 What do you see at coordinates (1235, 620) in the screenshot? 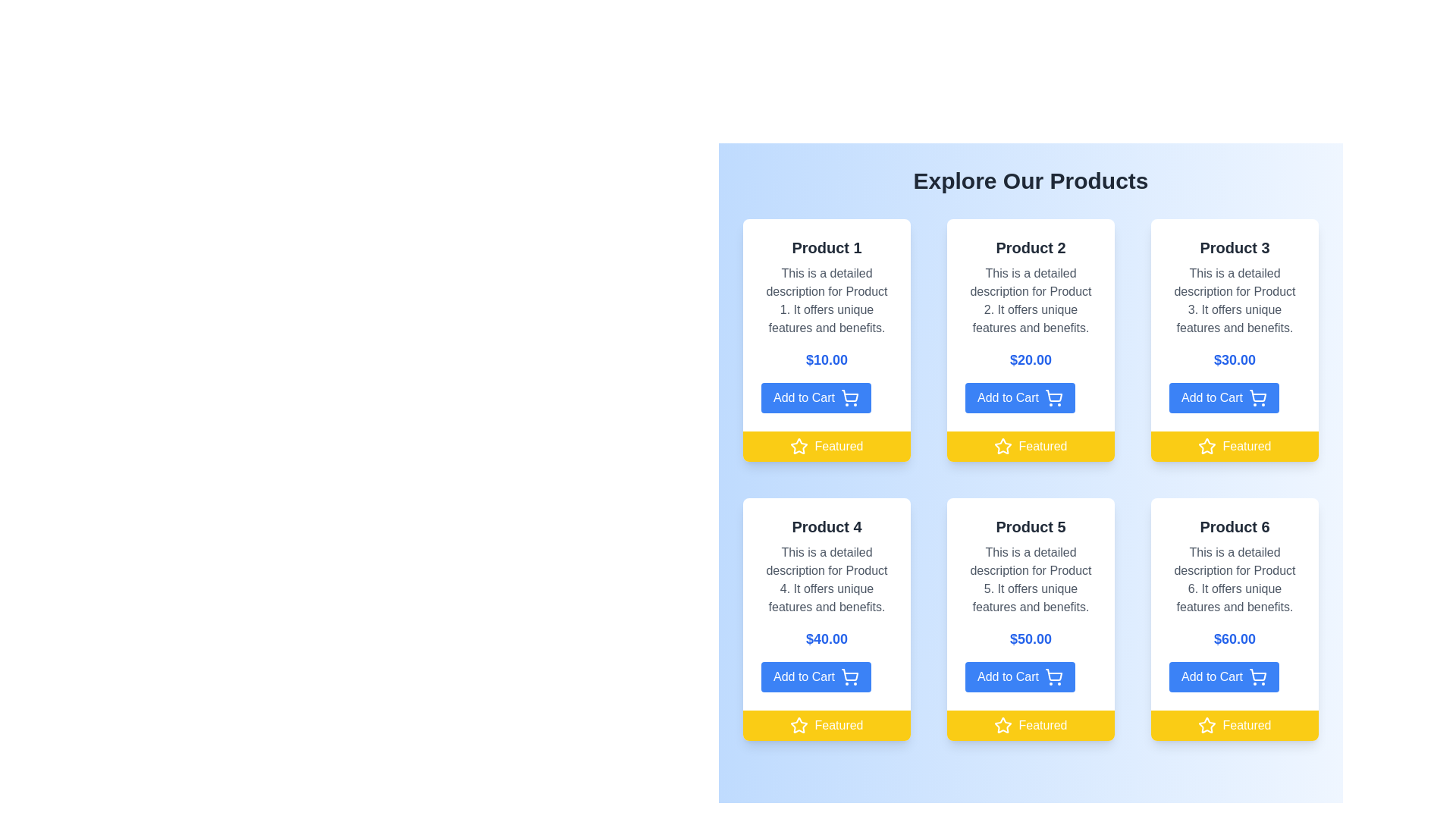
I see `text content of the card titled 'Product 6', which includes a description and price label of '$60.00', located in the third column and second row of the grid layout` at bounding box center [1235, 620].